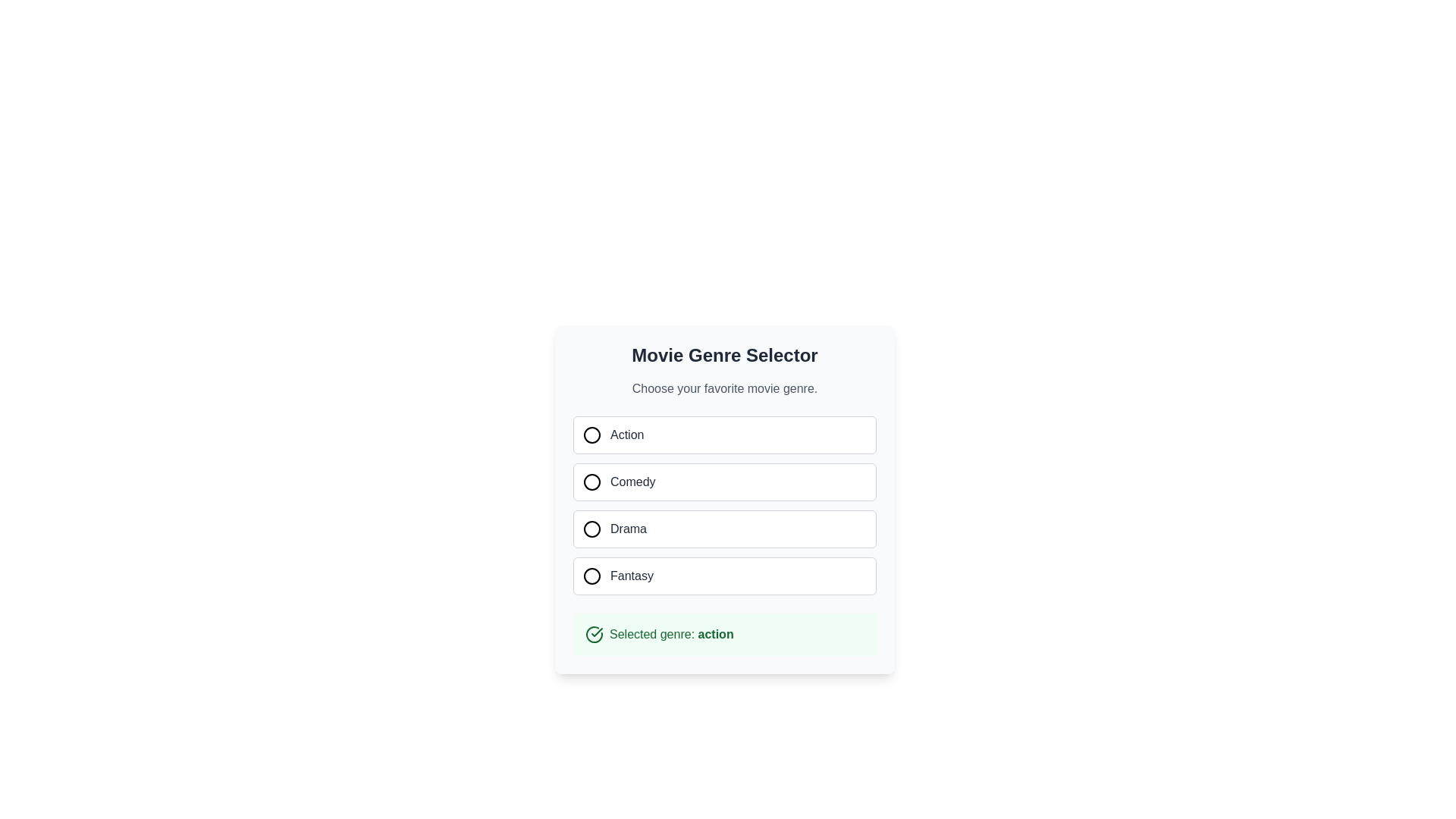 The image size is (1456, 819). What do you see at coordinates (591, 576) in the screenshot?
I see `the SVG circle element representing the selected radio button for the 'Fantasy' option in the Movie Genre Selector interface` at bounding box center [591, 576].